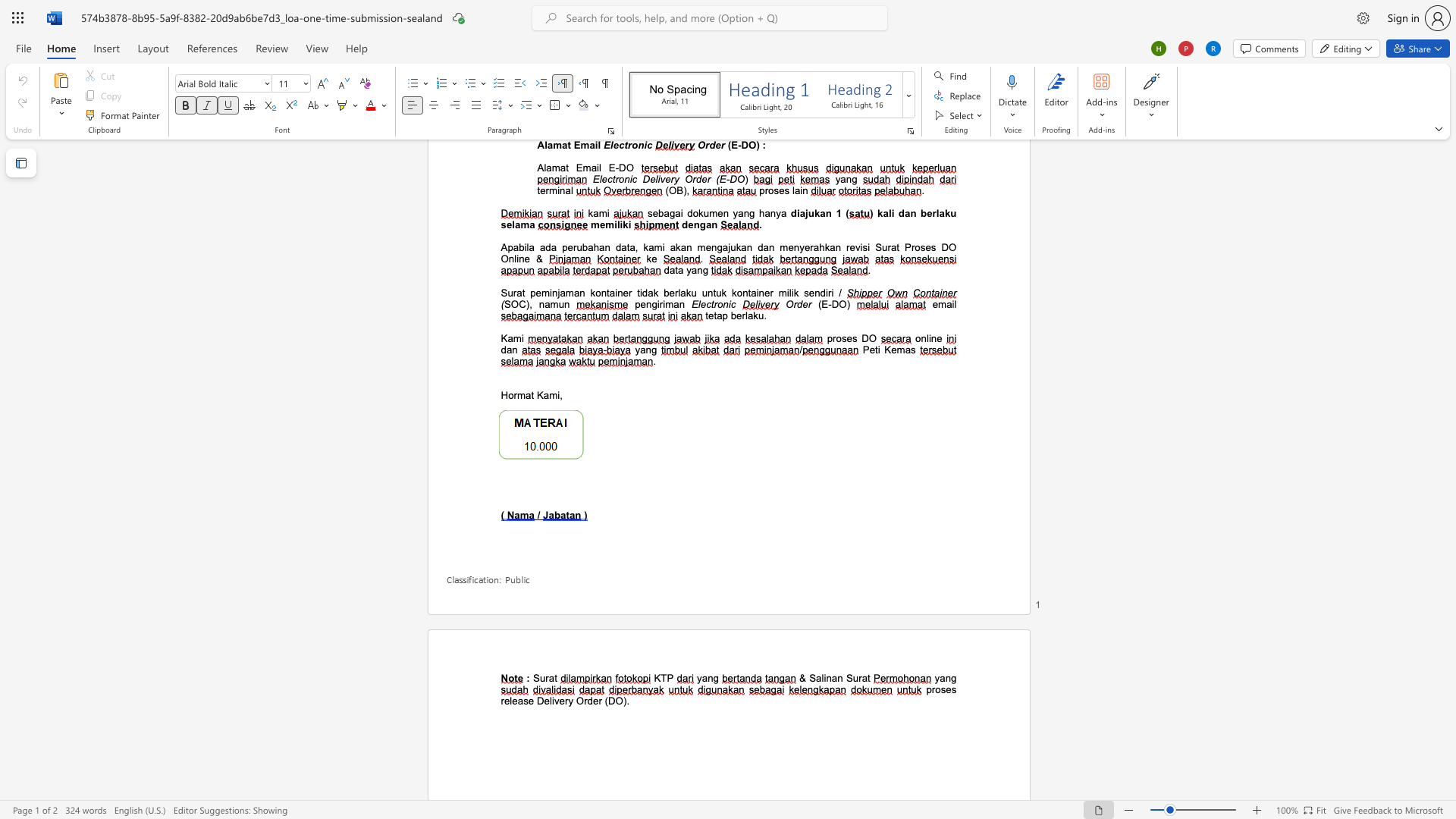  What do you see at coordinates (852, 677) in the screenshot?
I see `the subset text "ura" within the text "& Salinan Surat"` at bounding box center [852, 677].